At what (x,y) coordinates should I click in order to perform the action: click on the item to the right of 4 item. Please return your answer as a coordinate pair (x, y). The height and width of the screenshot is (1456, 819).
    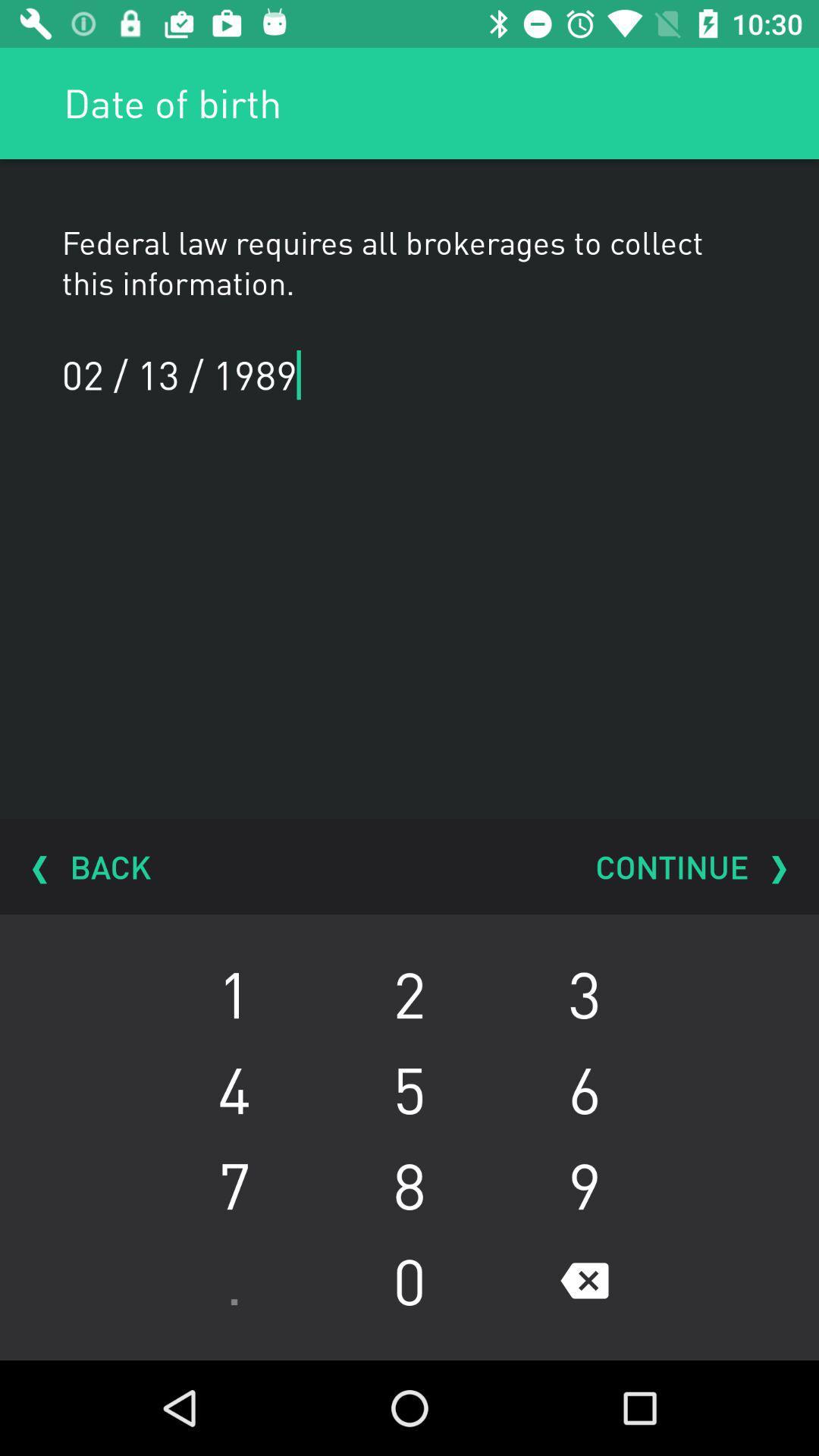
    Looking at the image, I should click on (409, 1185).